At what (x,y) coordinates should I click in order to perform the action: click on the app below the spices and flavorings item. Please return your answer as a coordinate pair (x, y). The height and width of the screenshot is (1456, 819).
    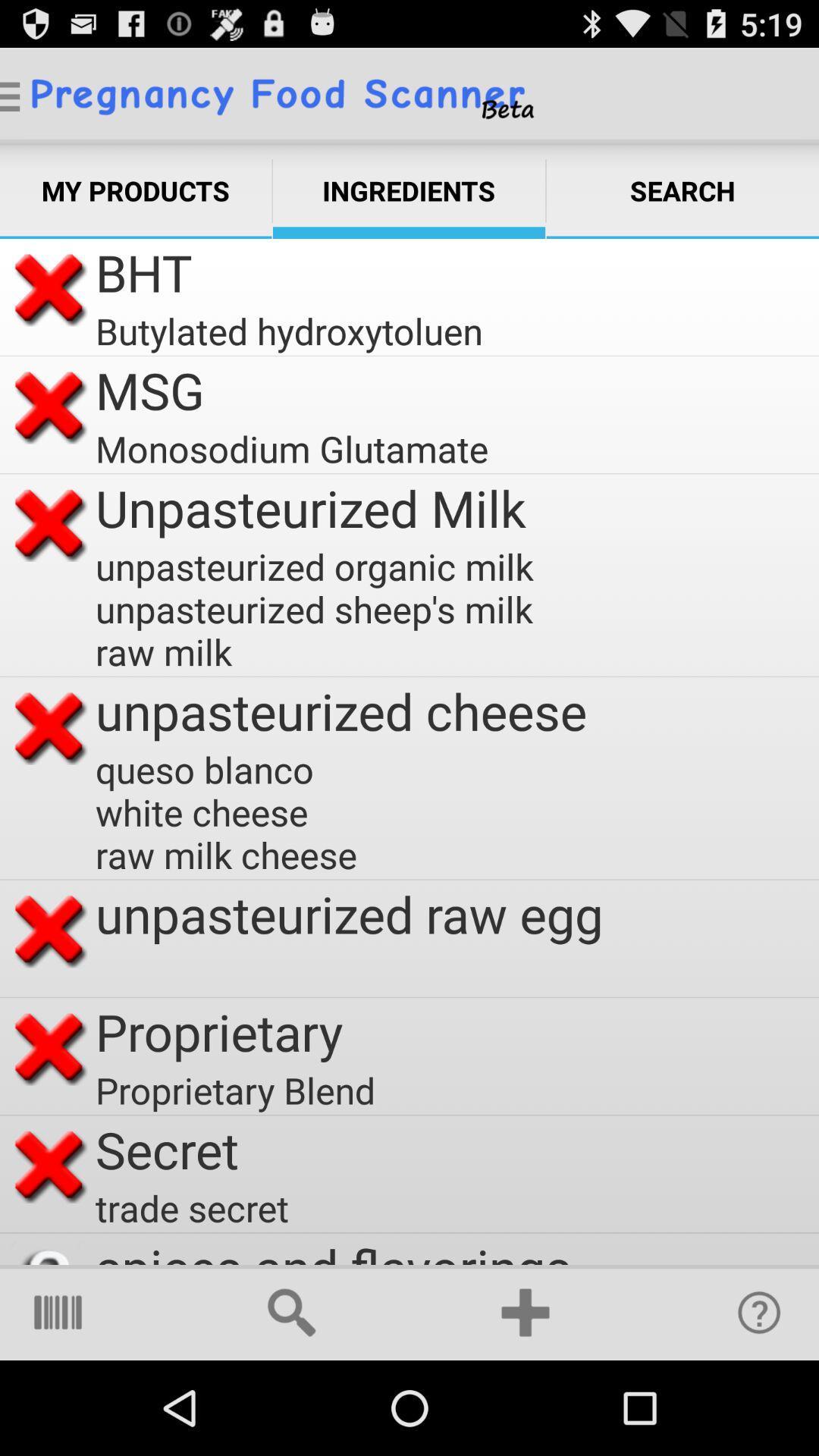
    Looking at the image, I should click on (525, 1312).